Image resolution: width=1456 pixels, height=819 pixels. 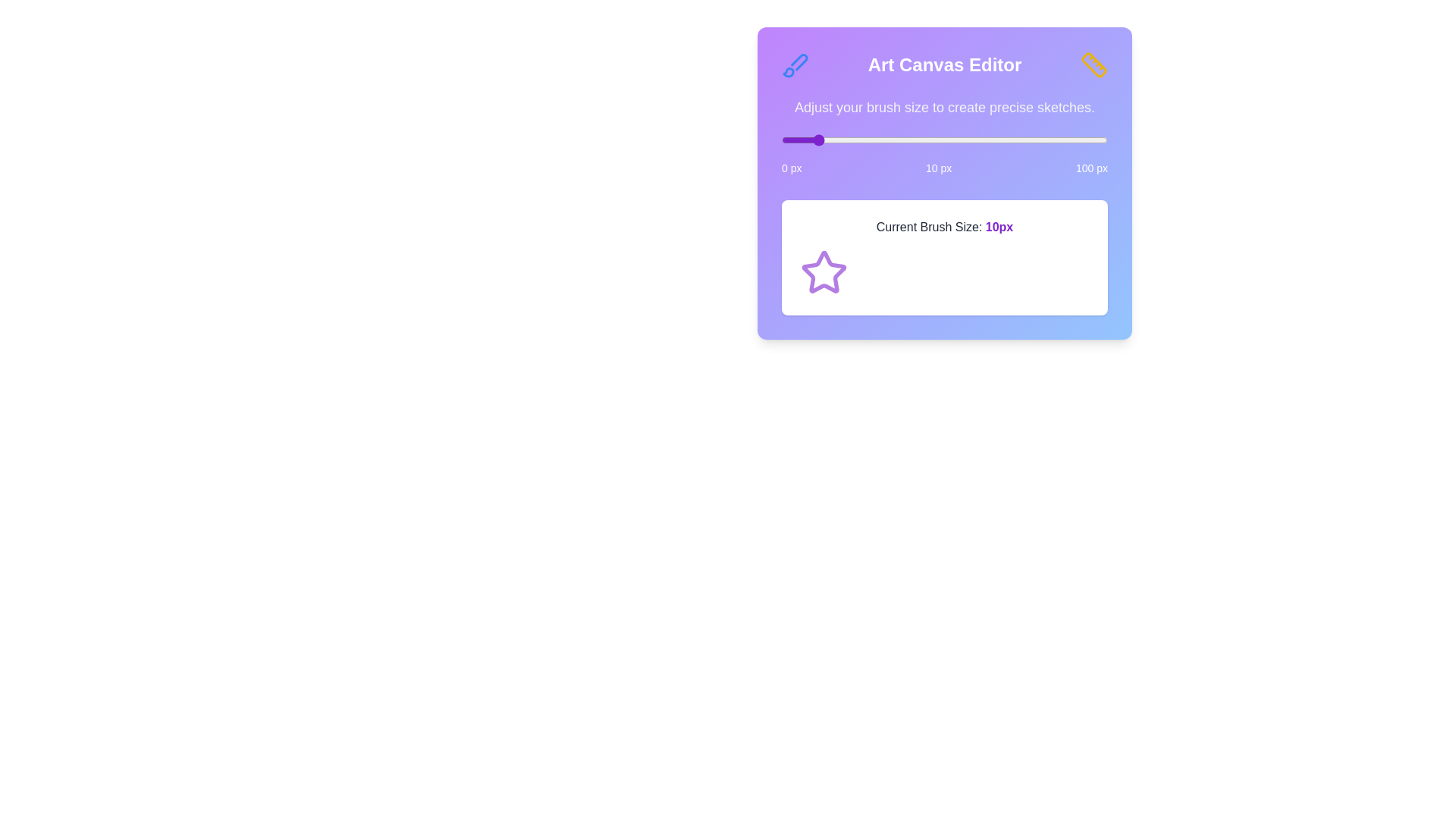 I want to click on the brush size slider to 73 px, so click(x=1019, y=140).